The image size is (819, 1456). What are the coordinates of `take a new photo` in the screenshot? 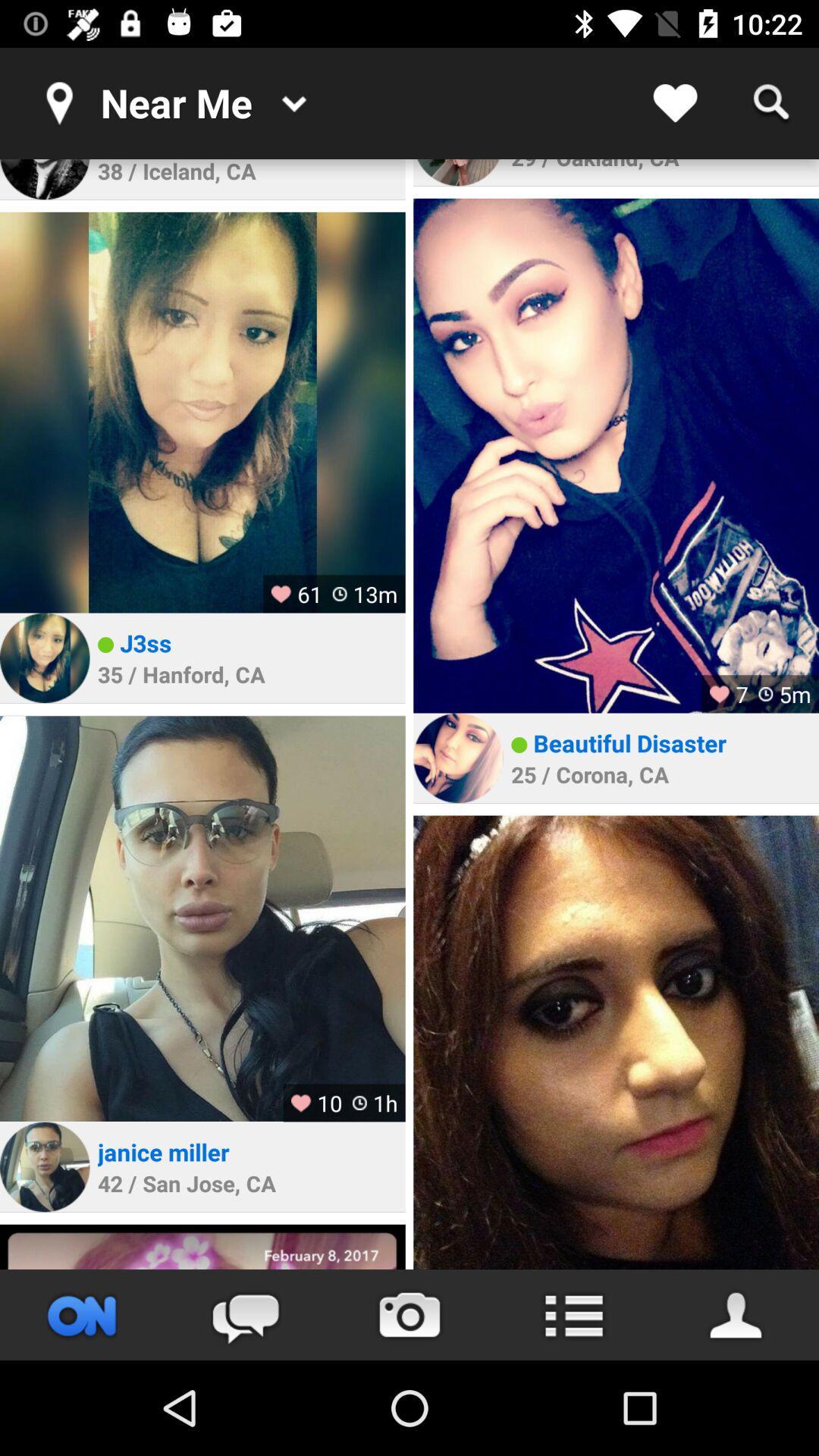 It's located at (409, 1314).